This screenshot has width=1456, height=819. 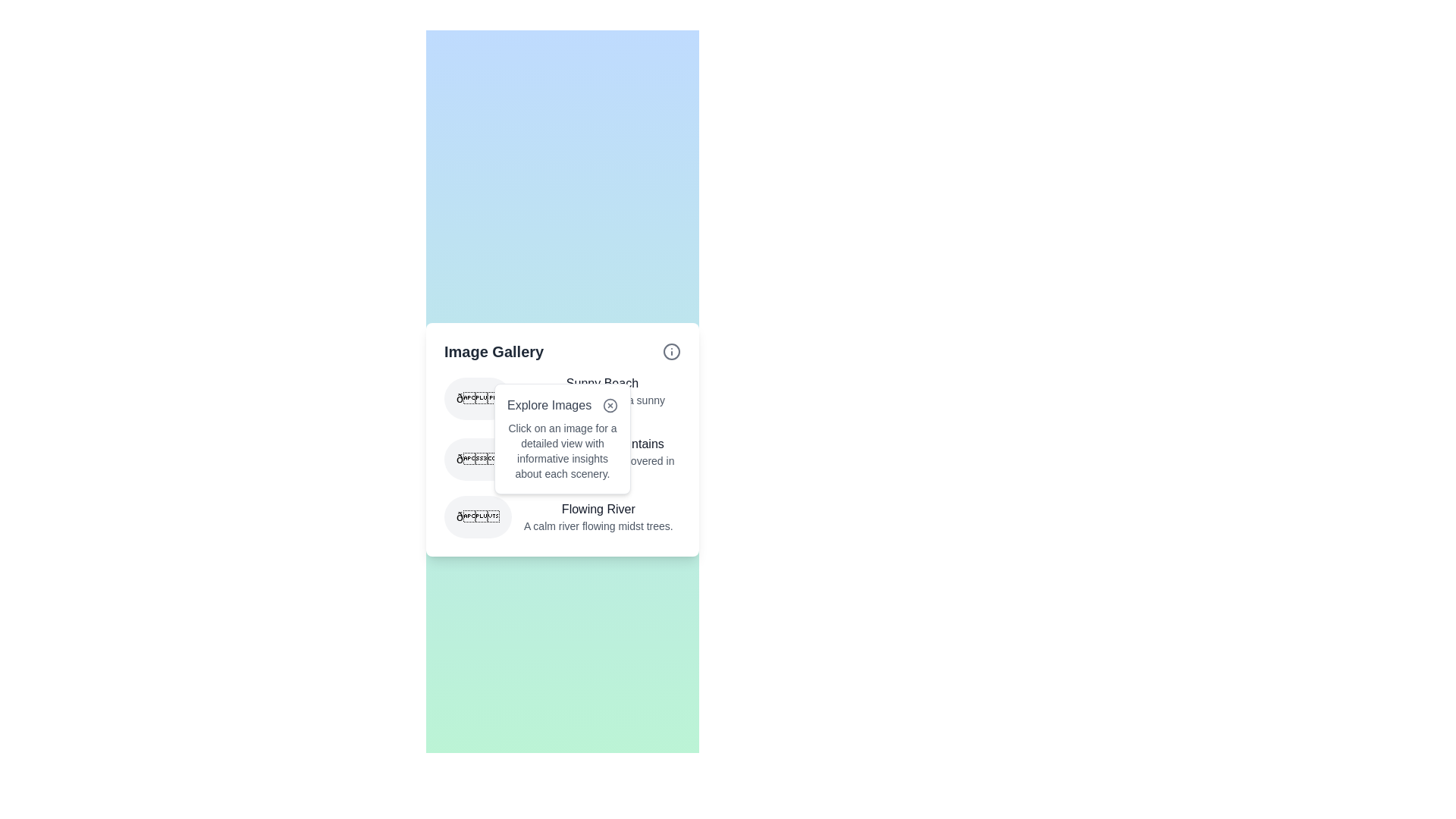 What do you see at coordinates (598, 516) in the screenshot?
I see `the Text block containing the title 'Flowing River' and the description 'A calm river flowing midst trees.' located at the bottom section of the 'Image Gallery' interface` at bounding box center [598, 516].